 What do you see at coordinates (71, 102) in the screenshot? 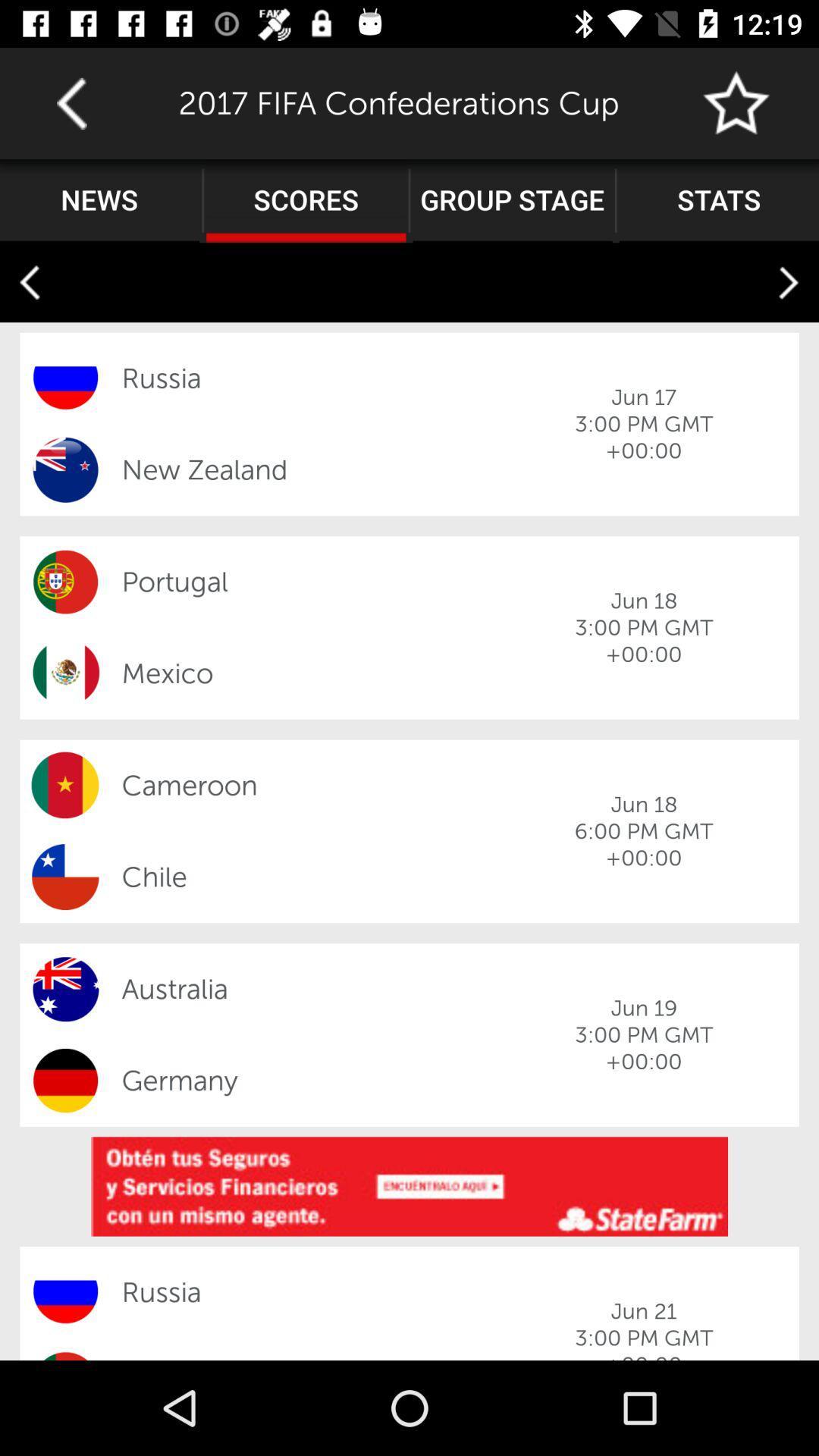
I see `the back icon above  the news` at bounding box center [71, 102].